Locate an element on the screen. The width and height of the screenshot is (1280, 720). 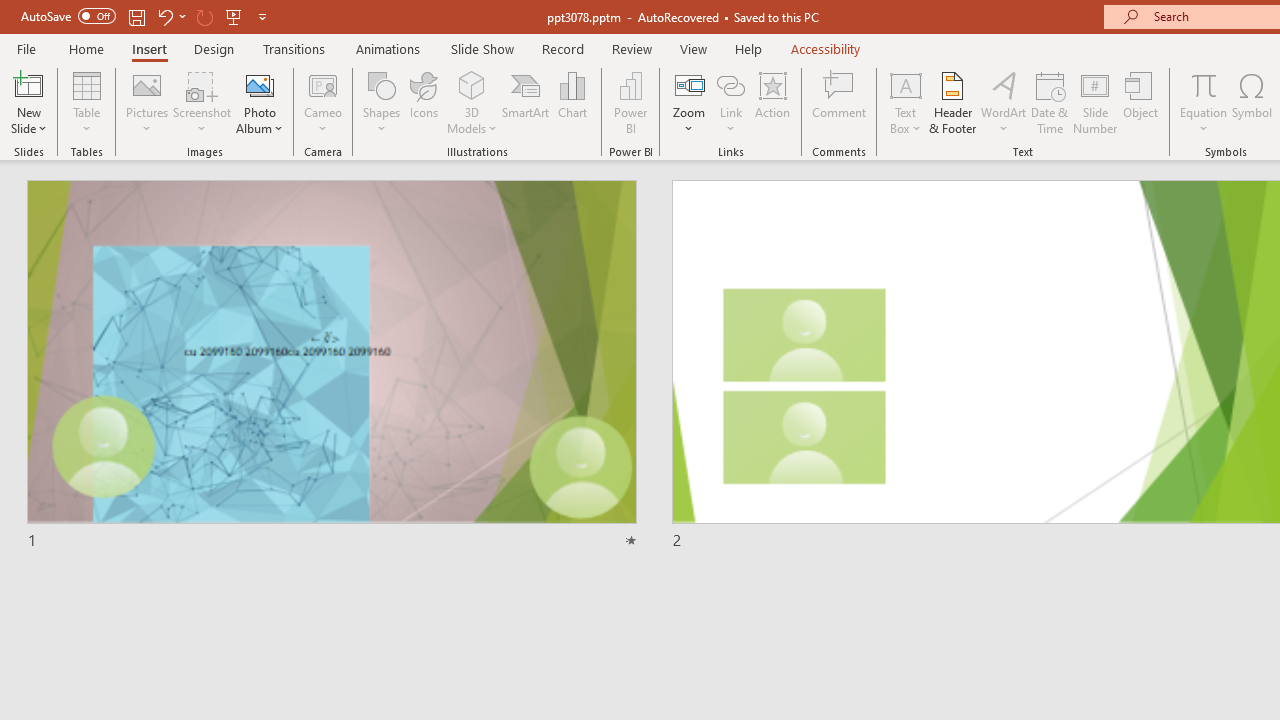
'Equation' is located at coordinates (1202, 84).